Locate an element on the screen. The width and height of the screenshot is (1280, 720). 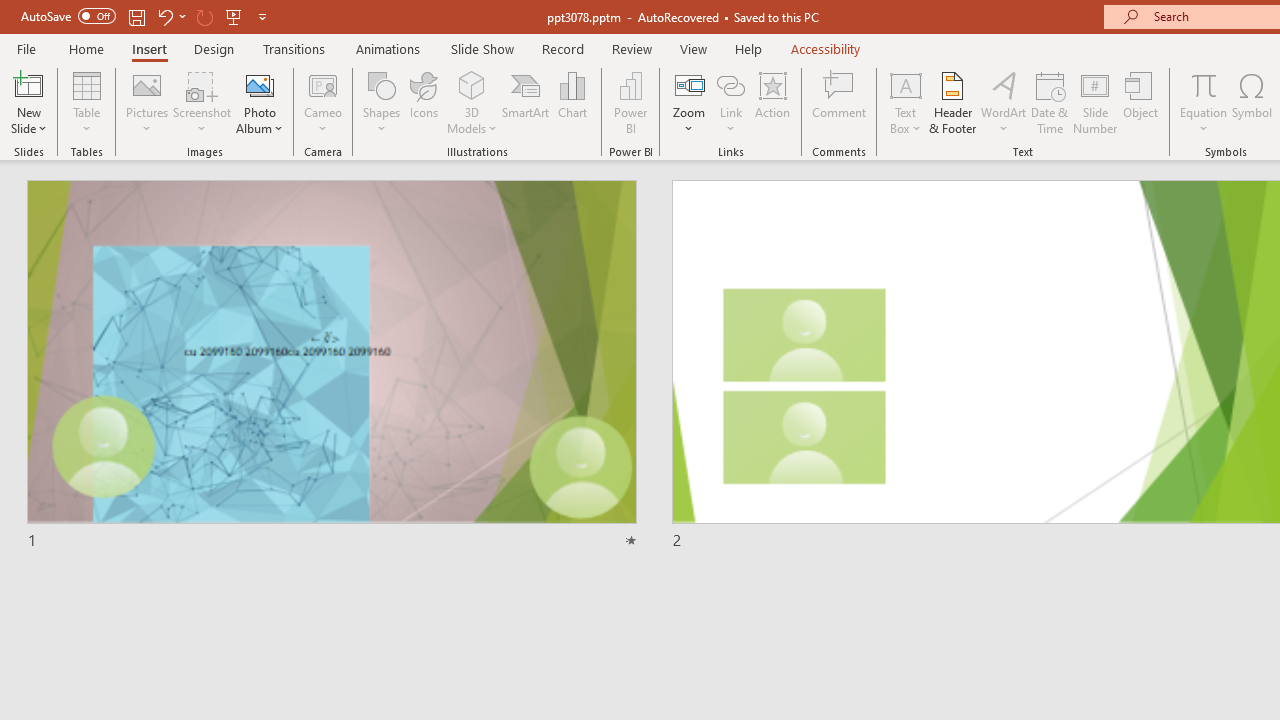
'Equation' is located at coordinates (1202, 84).